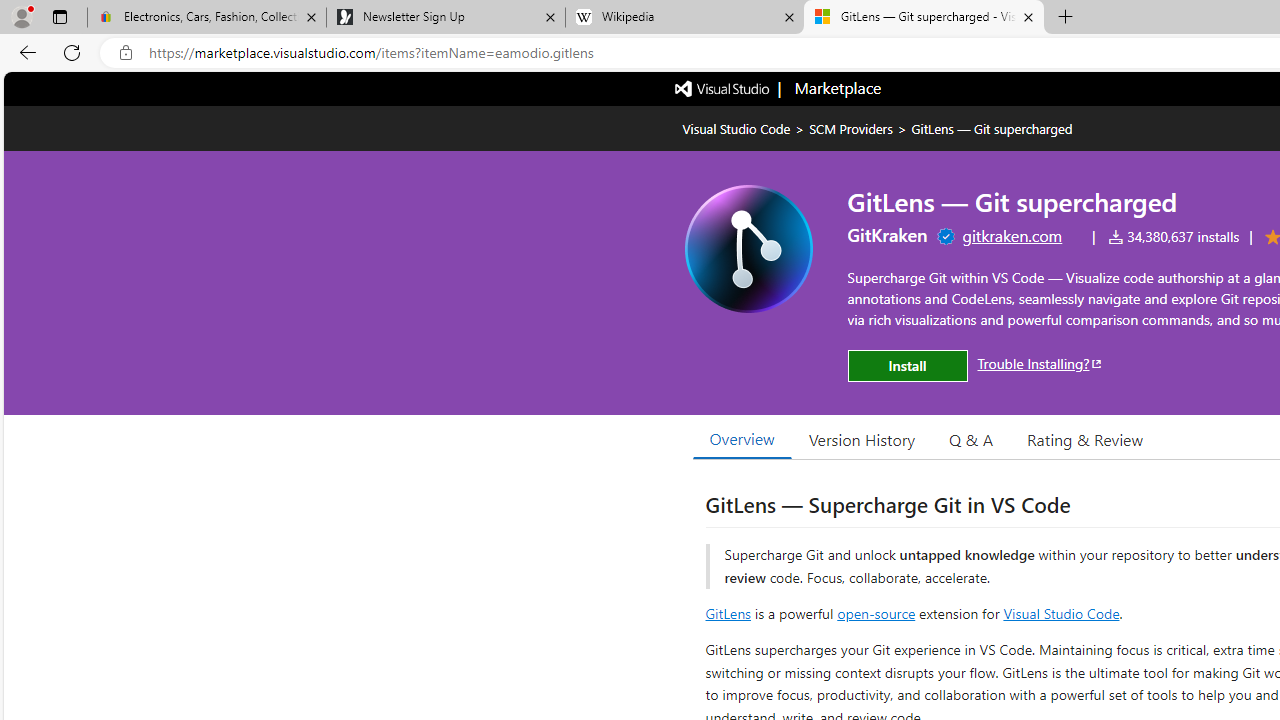 Image resolution: width=1280 pixels, height=720 pixels. Describe the element at coordinates (727, 612) in the screenshot. I see `'GitLens'` at that location.